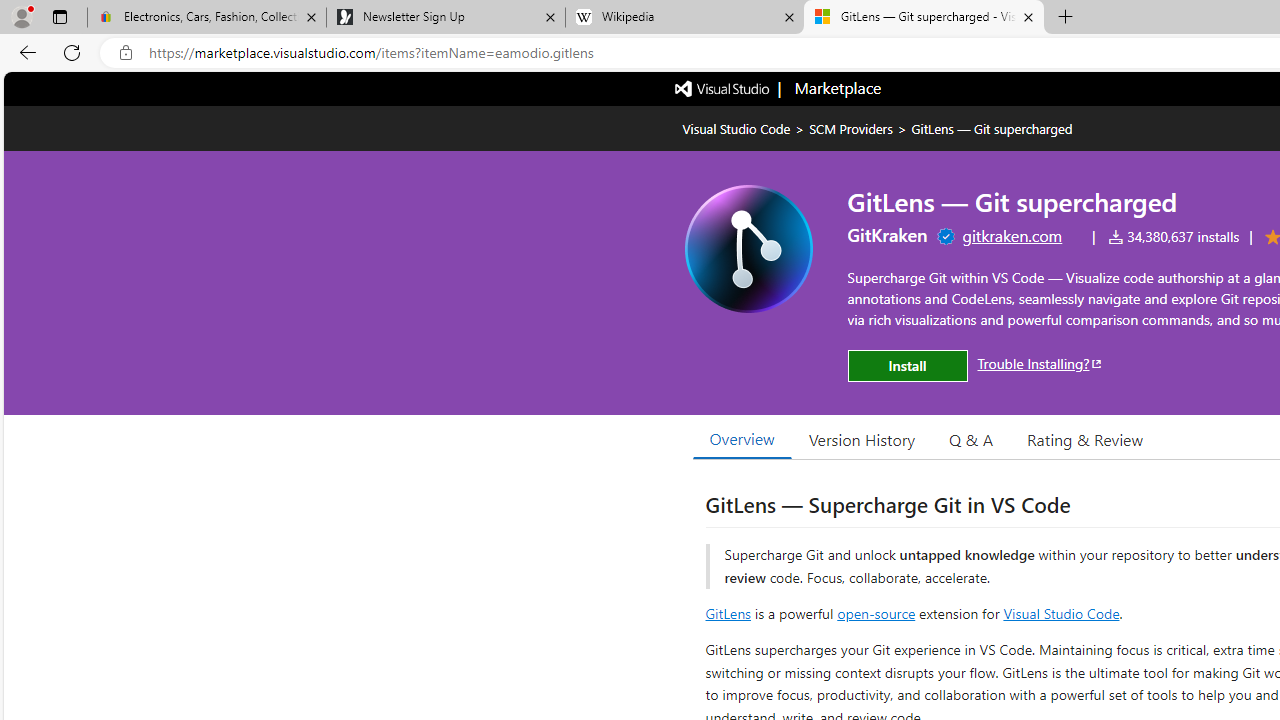 Image resolution: width=1280 pixels, height=720 pixels. Describe the element at coordinates (727, 612) in the screenshot. I see `'GitLens'` at that location.